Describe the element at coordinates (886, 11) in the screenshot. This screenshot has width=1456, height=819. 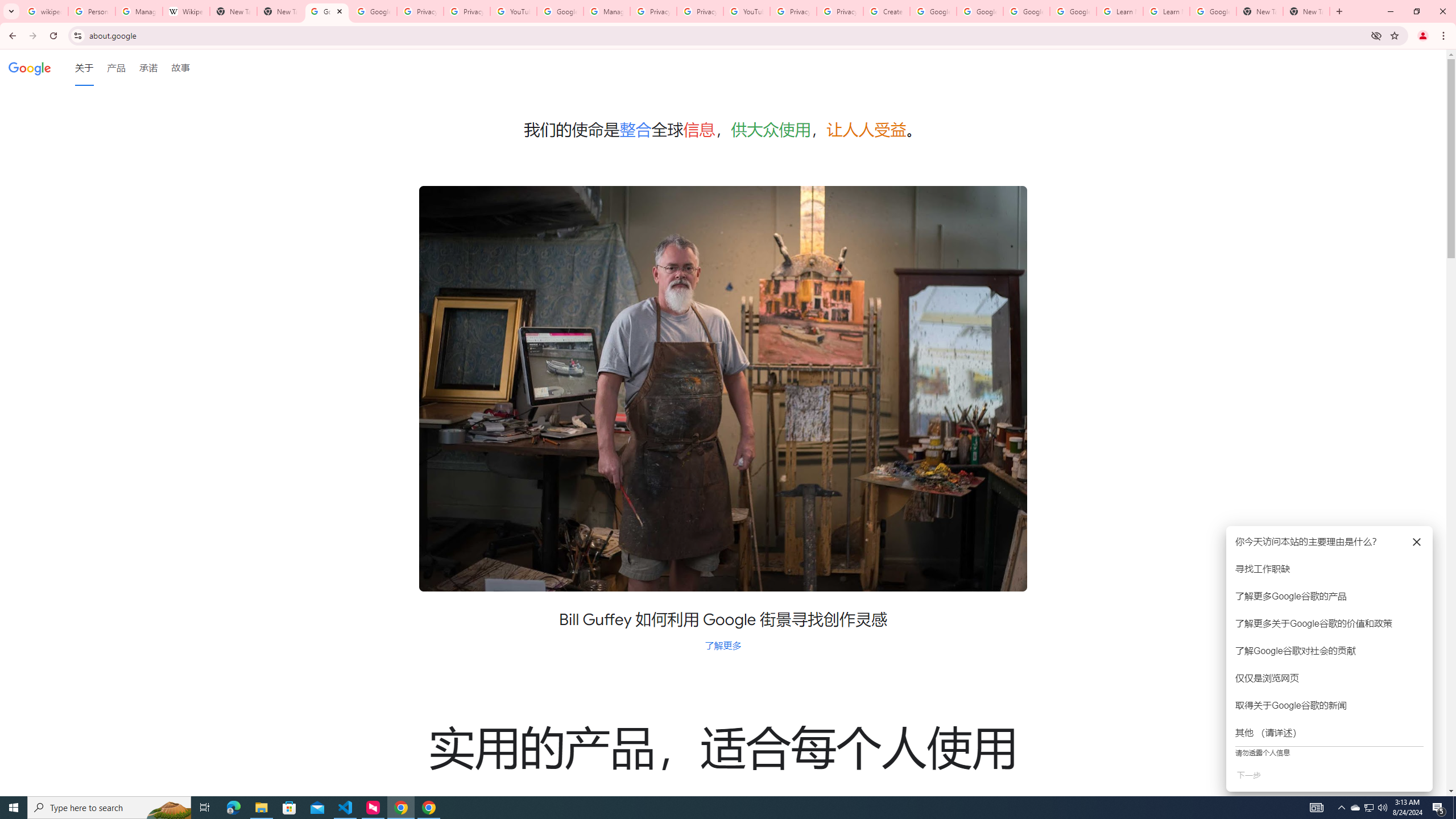
I see `'Create your Google Account'` at that location.